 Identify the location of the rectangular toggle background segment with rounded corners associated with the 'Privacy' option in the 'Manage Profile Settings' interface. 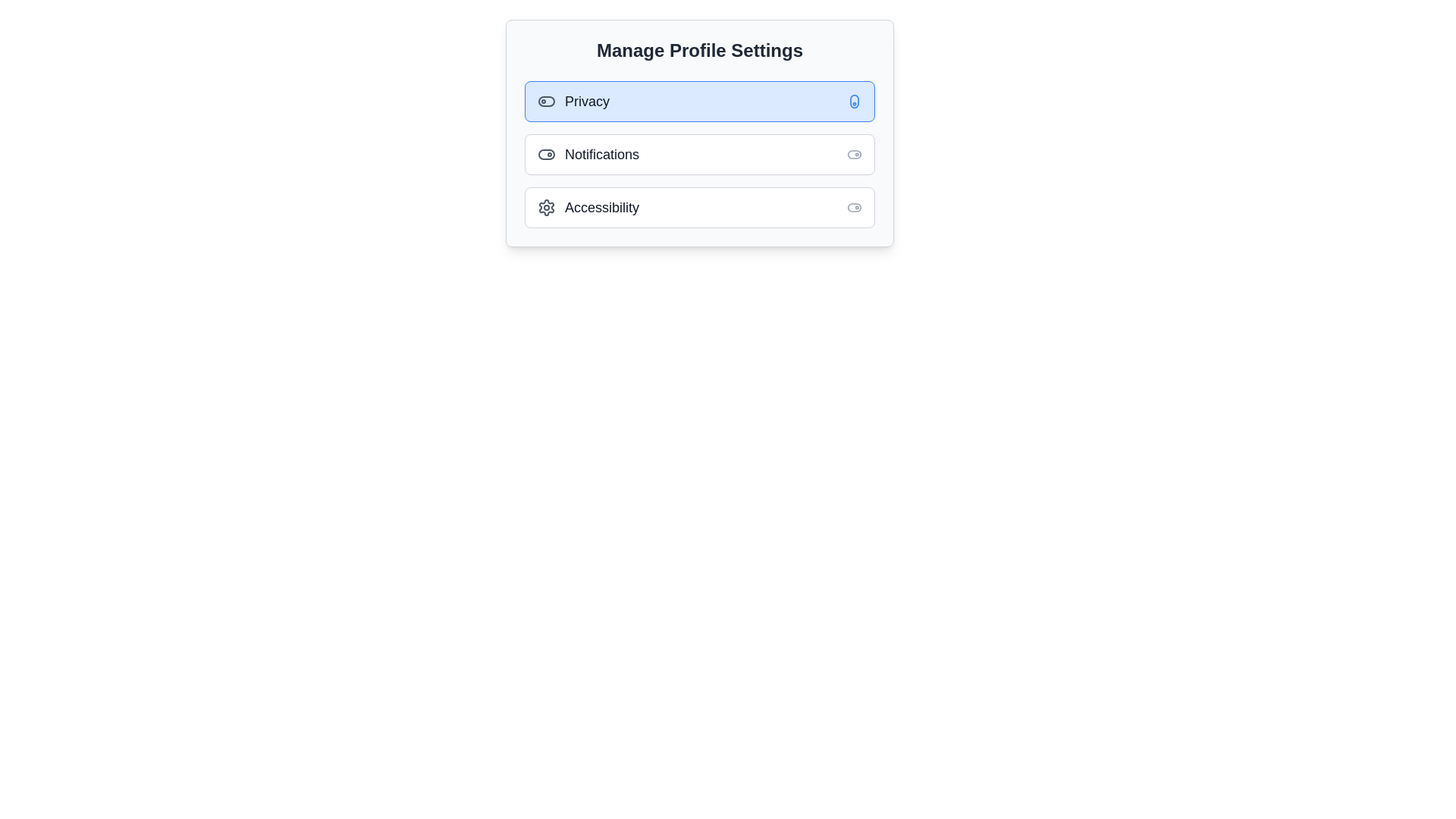
(546, 102).